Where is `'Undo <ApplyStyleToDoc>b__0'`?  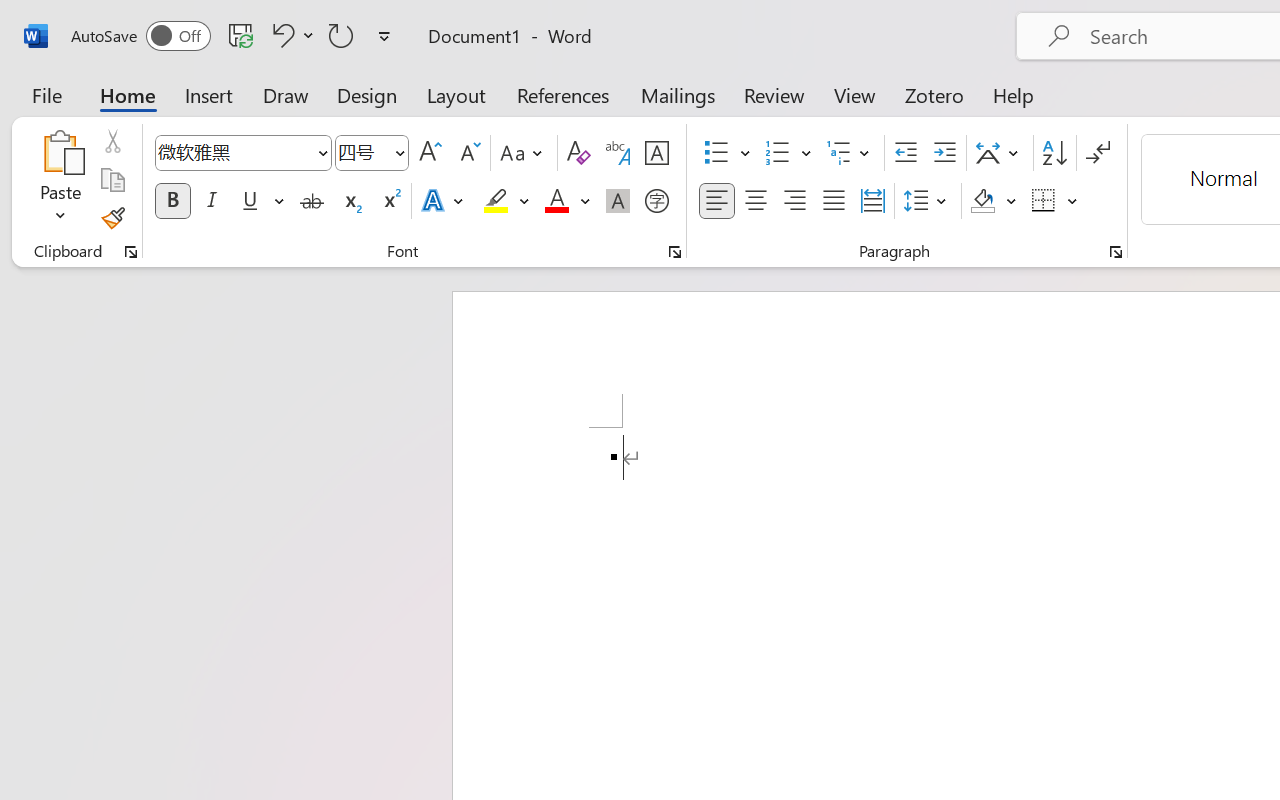 'Undo <ApplyStyleToDoc>b__0' is located at coordinates (289, 34).